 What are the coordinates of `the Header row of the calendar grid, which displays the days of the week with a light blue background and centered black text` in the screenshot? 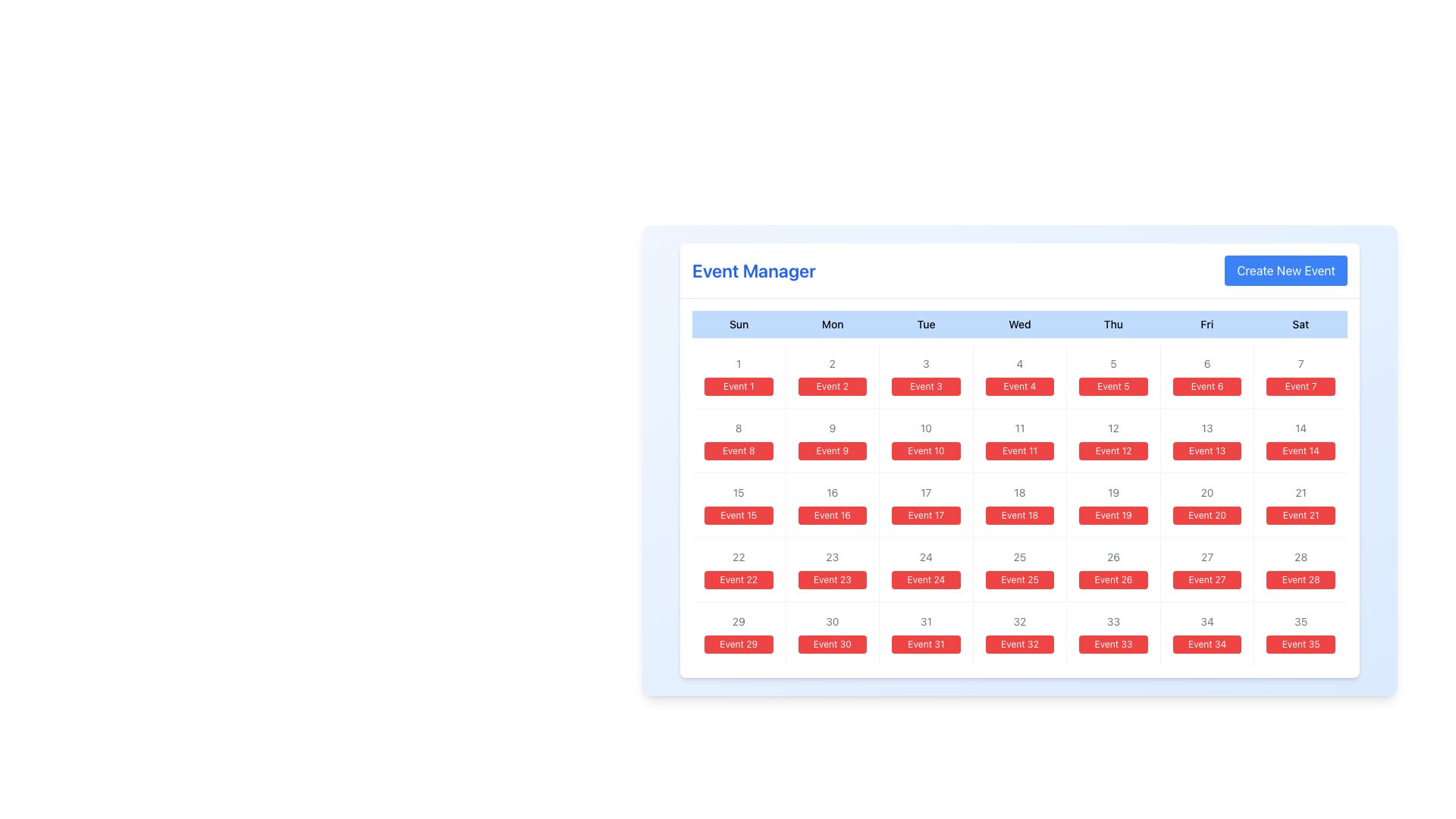 It's located at (1019, 324).